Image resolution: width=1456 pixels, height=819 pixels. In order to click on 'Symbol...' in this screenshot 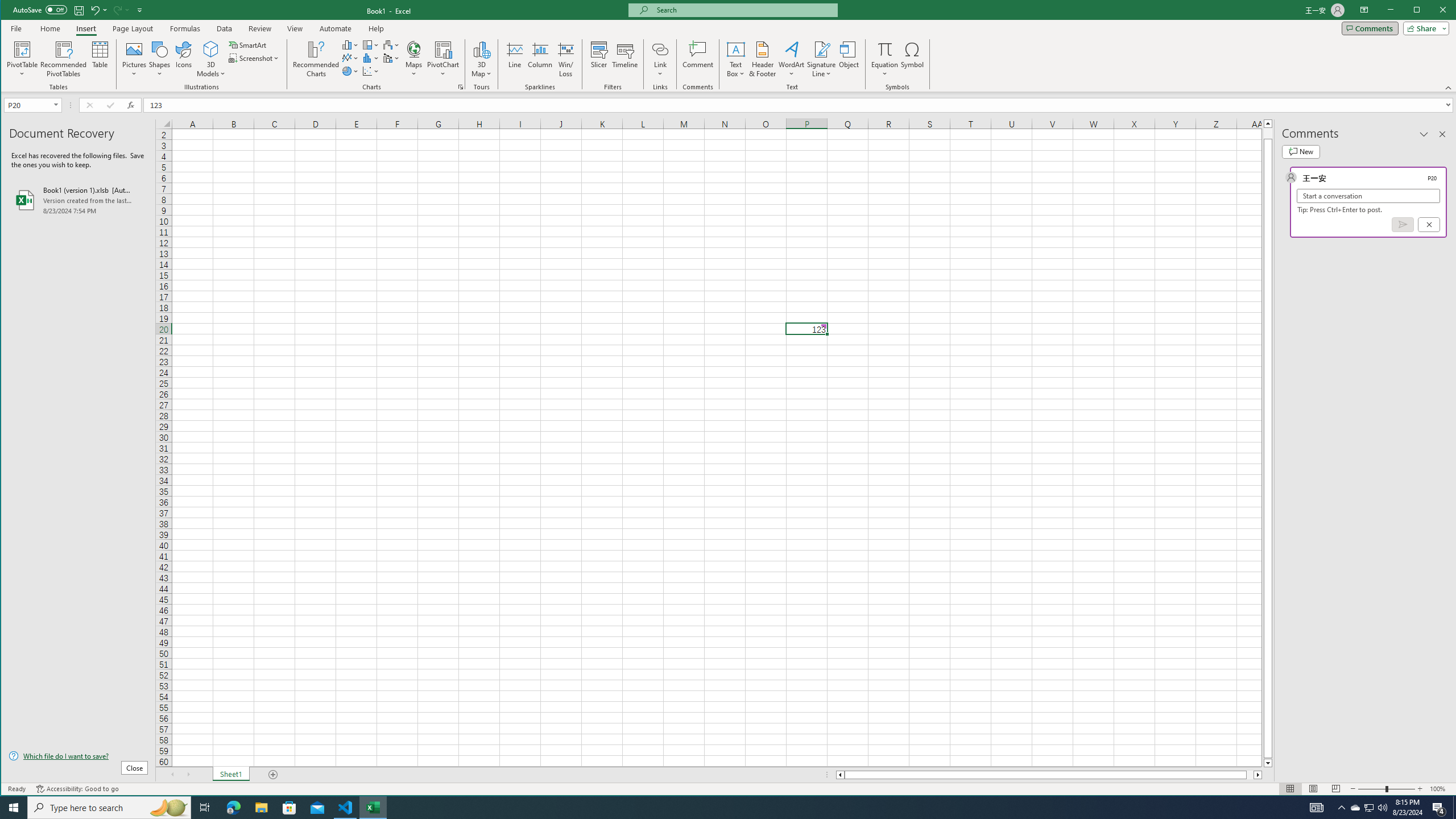, I will do `click(913, 59)`.